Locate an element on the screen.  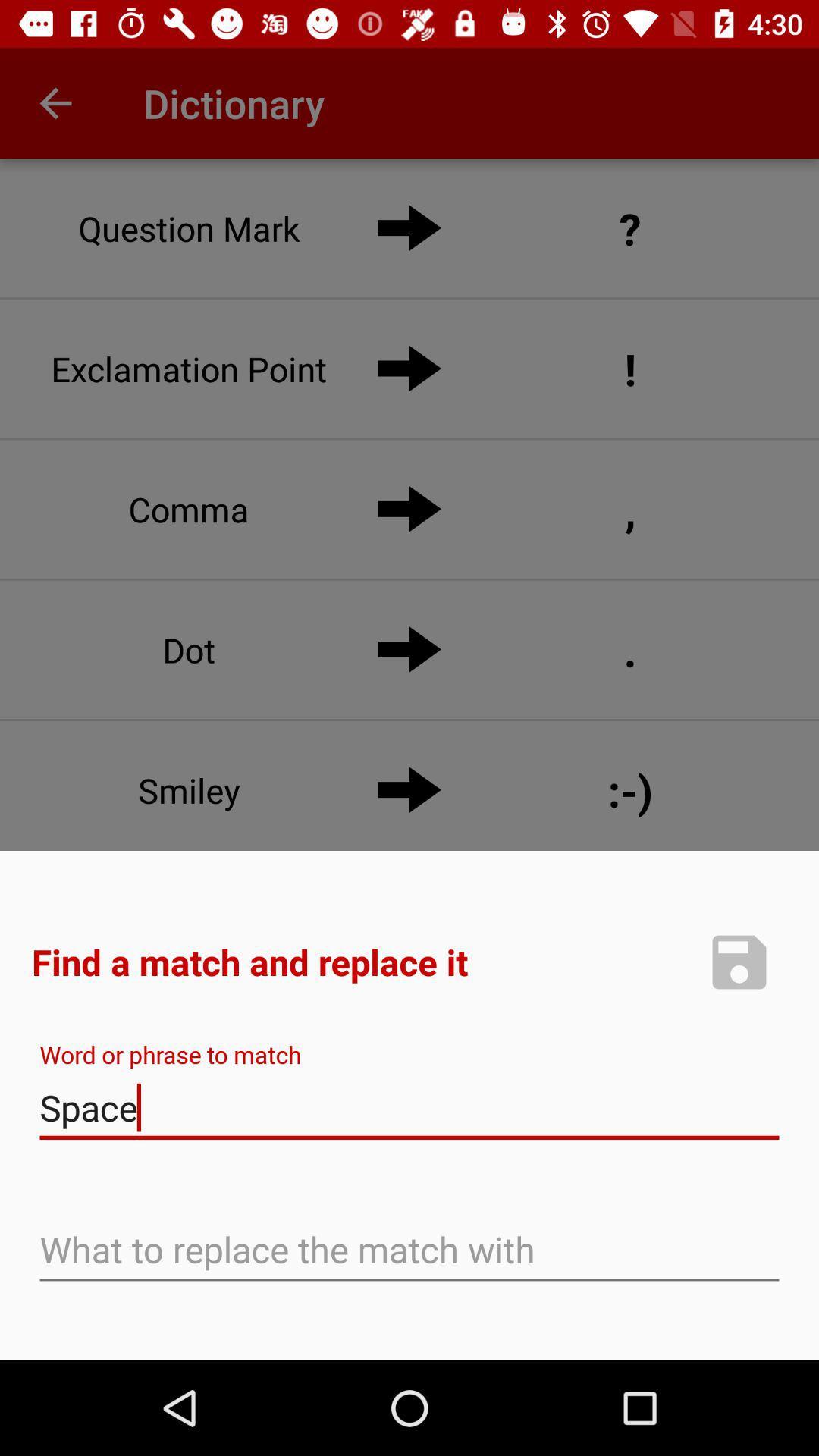
information is located at coordinates (739, 961).